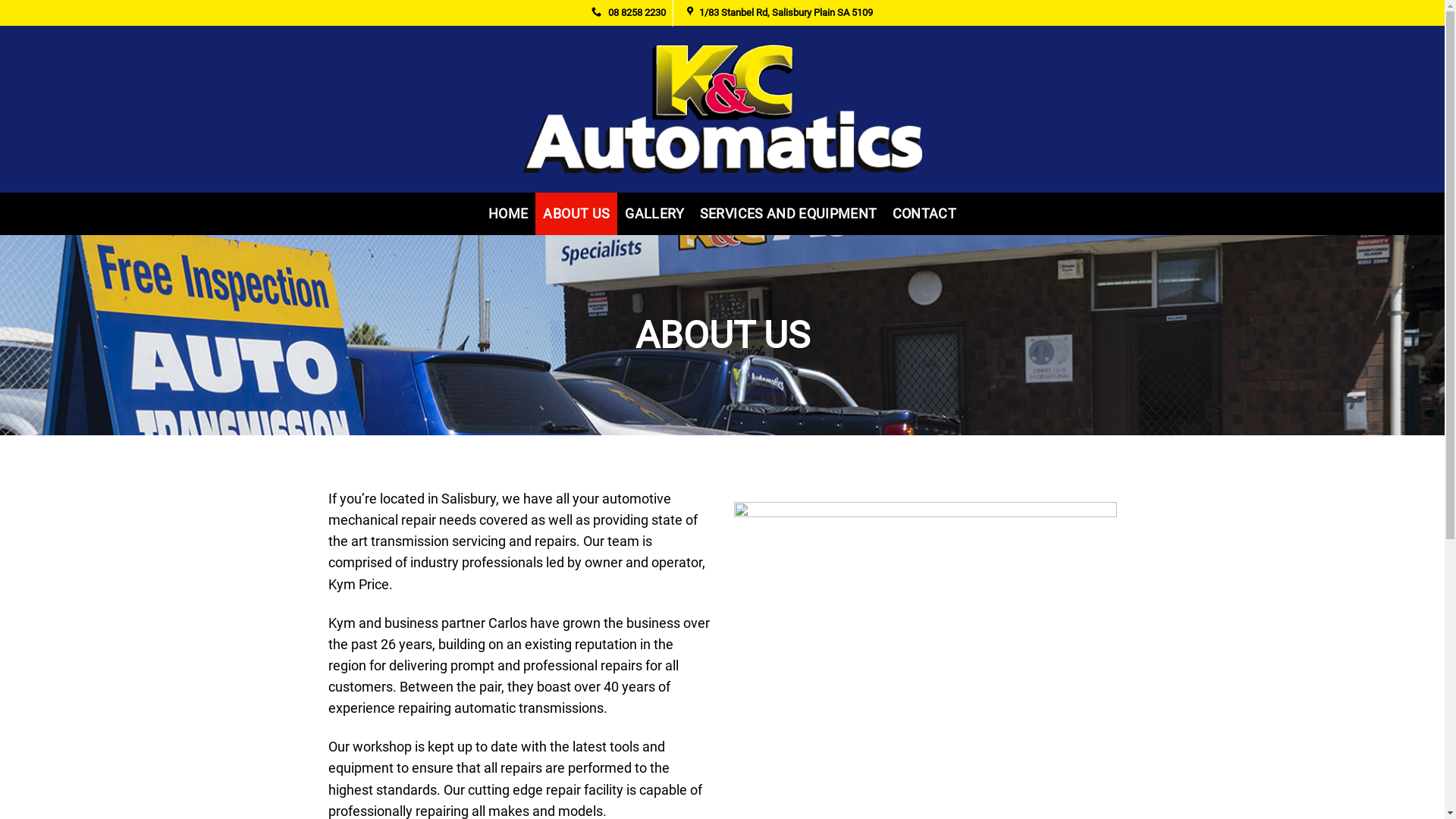 The height and width of the screenshot is (819, 1456). Describe the element at coordinates (698, 12) in the screenshot. I see `'1/83 Stanbel Rd, Salisbury Plain SA 5109'` at that location.